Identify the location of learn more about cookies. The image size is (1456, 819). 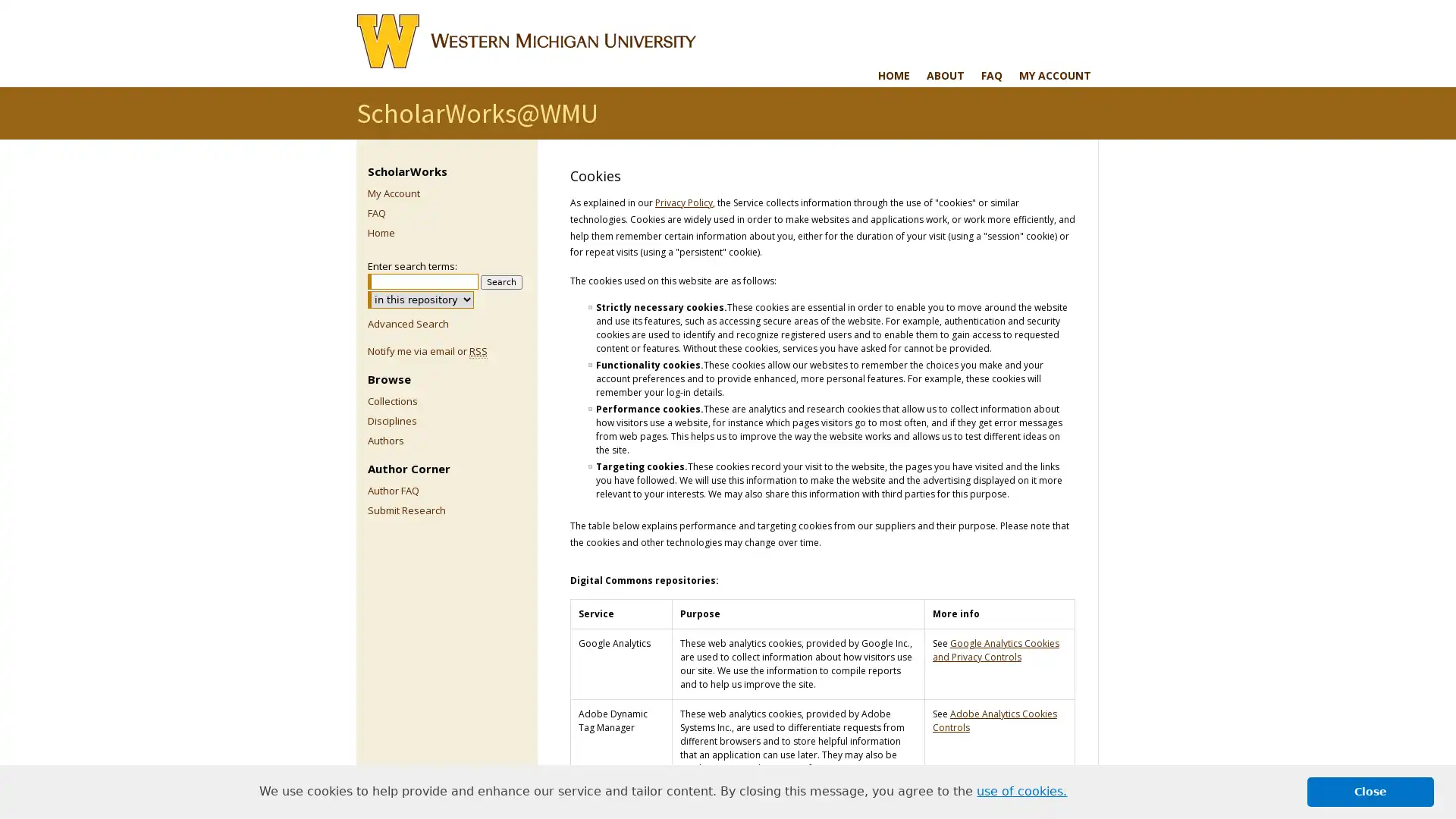
(1021, 791).